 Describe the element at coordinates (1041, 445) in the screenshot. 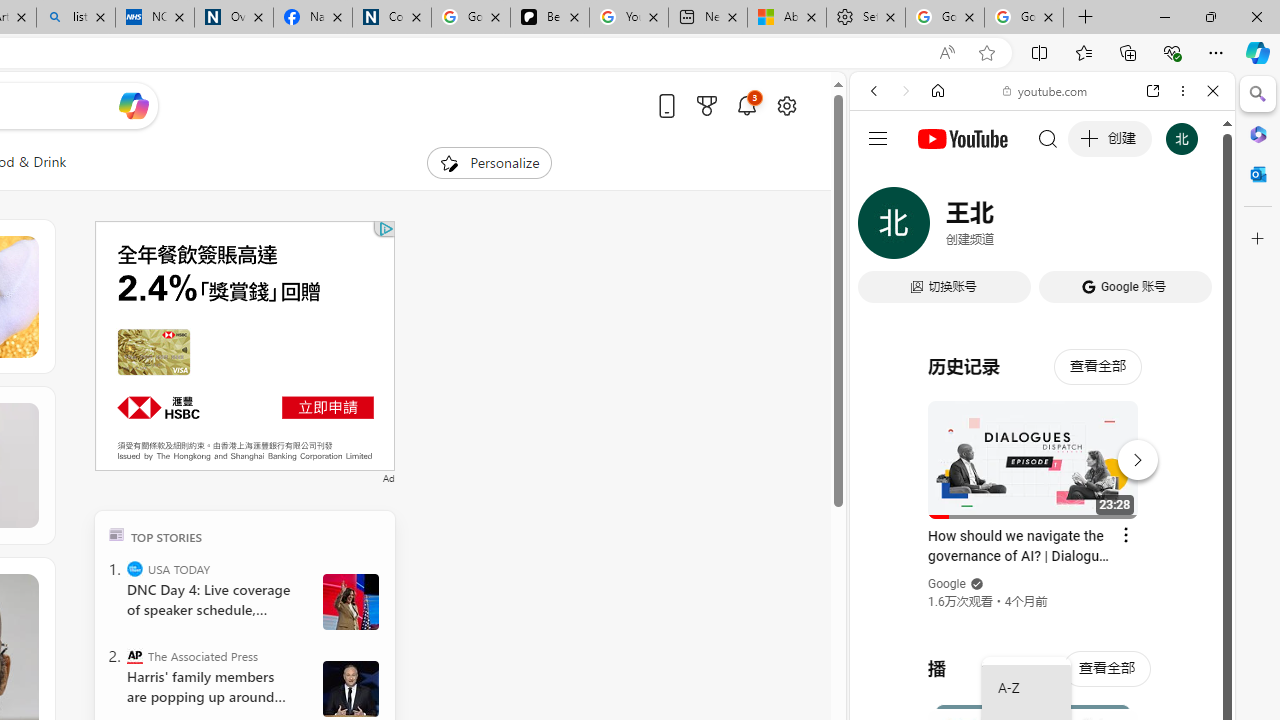

I see `'#you'` at that location.